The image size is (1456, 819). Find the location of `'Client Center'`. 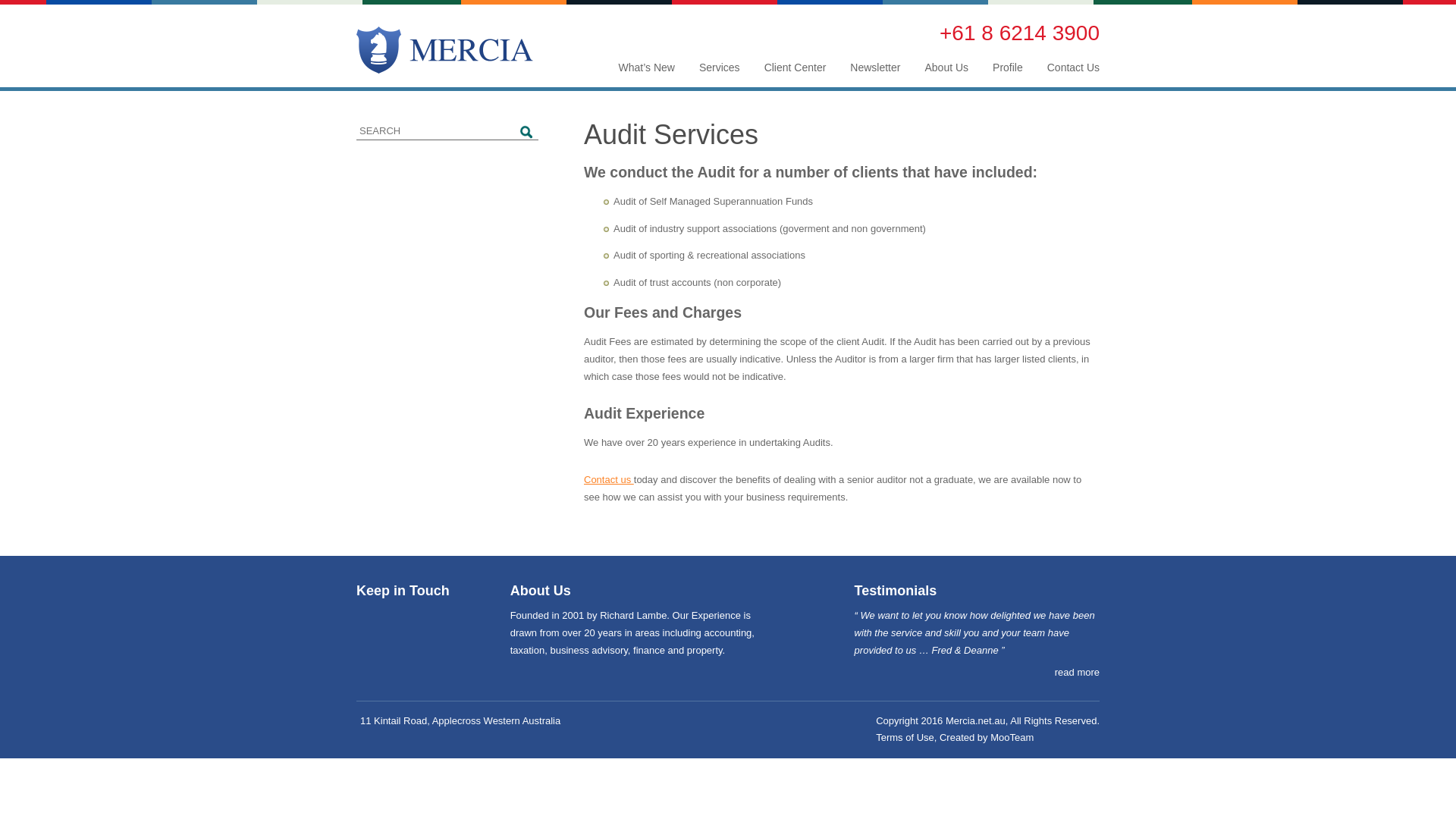

'Client Center' is located at coordinates (795, 66).